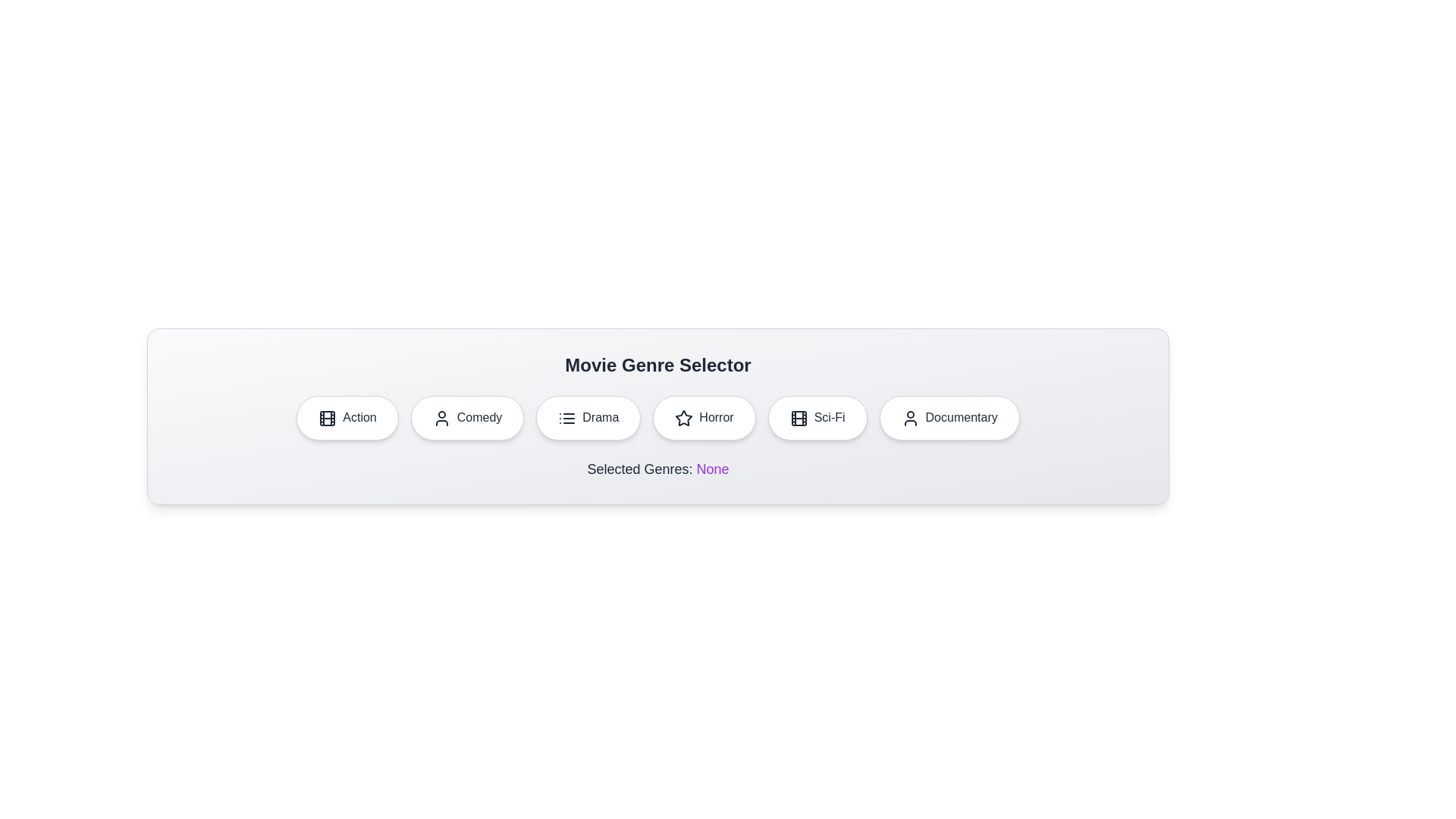 The width and height of the screenshot is (1456, 819). Describe the element at coordinates (327, 418) in the screenshot. I see `the 'Action' genre button represented by a film reel icon, which is the leftmost button in the horizontal genre options bar` at that location.